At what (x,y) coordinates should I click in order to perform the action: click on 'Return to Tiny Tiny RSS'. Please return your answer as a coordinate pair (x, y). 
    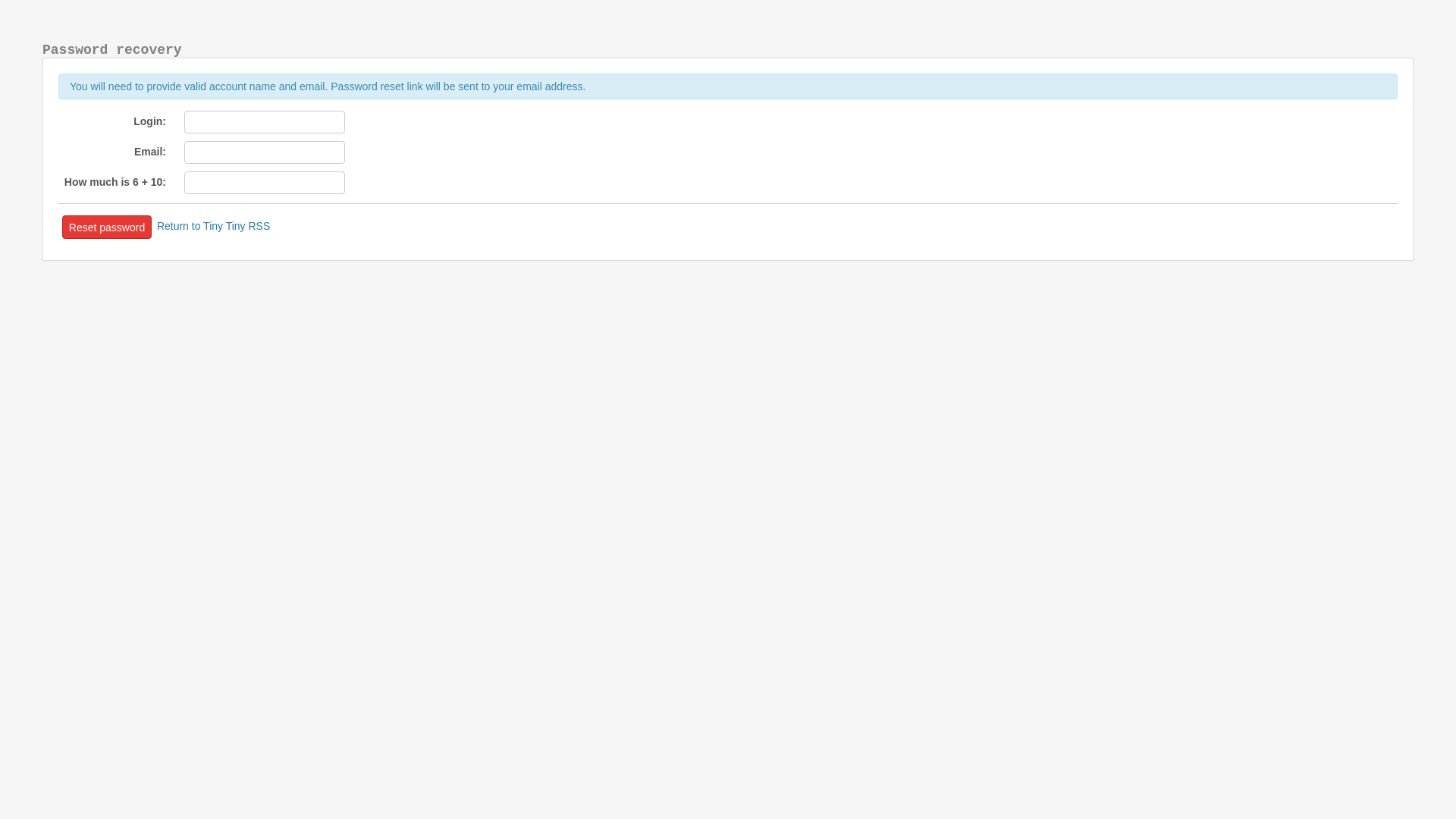
    Looking at the image, I should click on (212, 225).